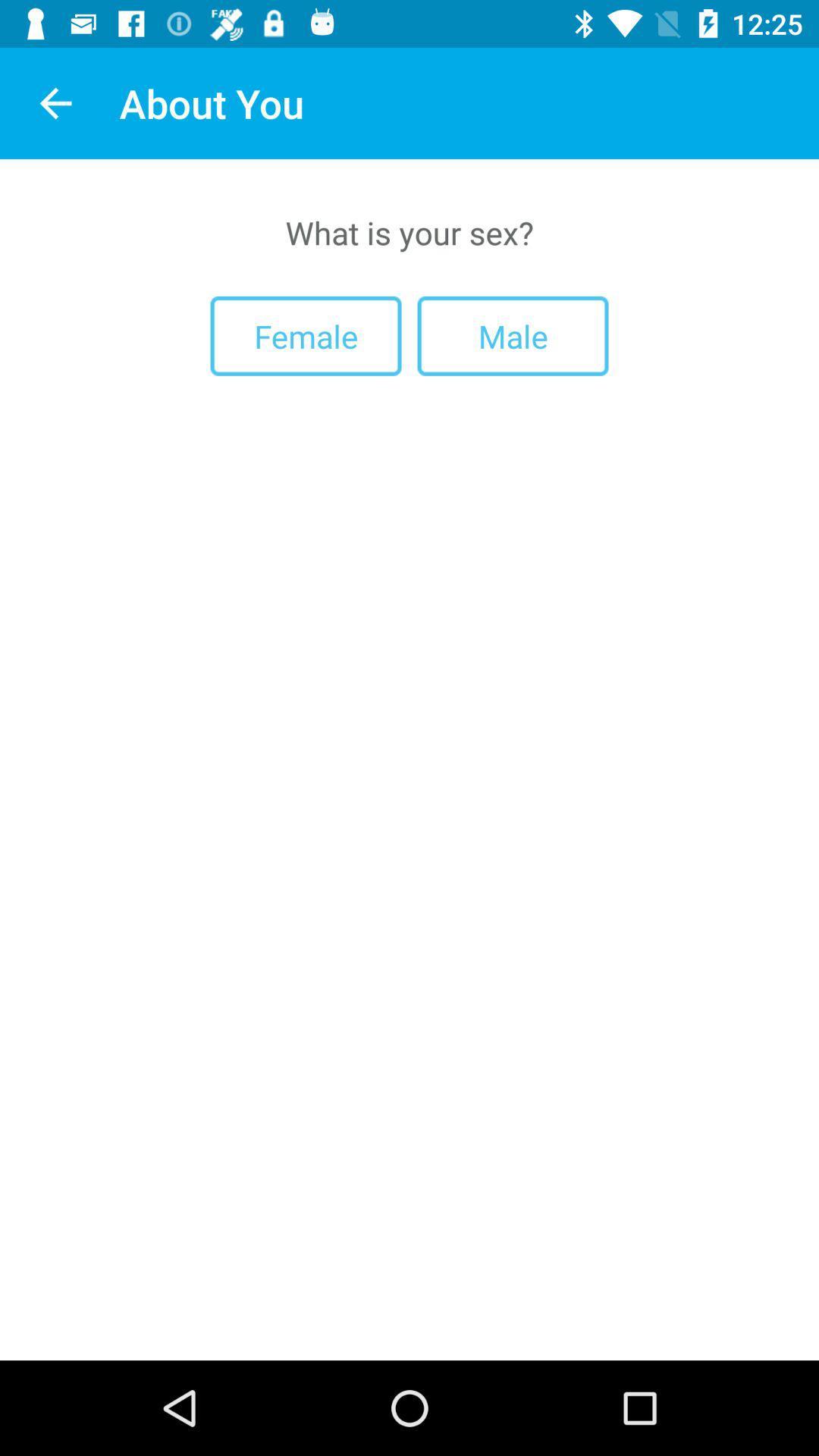 This screenshot has height=1456, width=819. What do you see at coordinates (55, 102) in the screenshot?
I see `icon to the left of the about you app` at bounding box center [55, 102].